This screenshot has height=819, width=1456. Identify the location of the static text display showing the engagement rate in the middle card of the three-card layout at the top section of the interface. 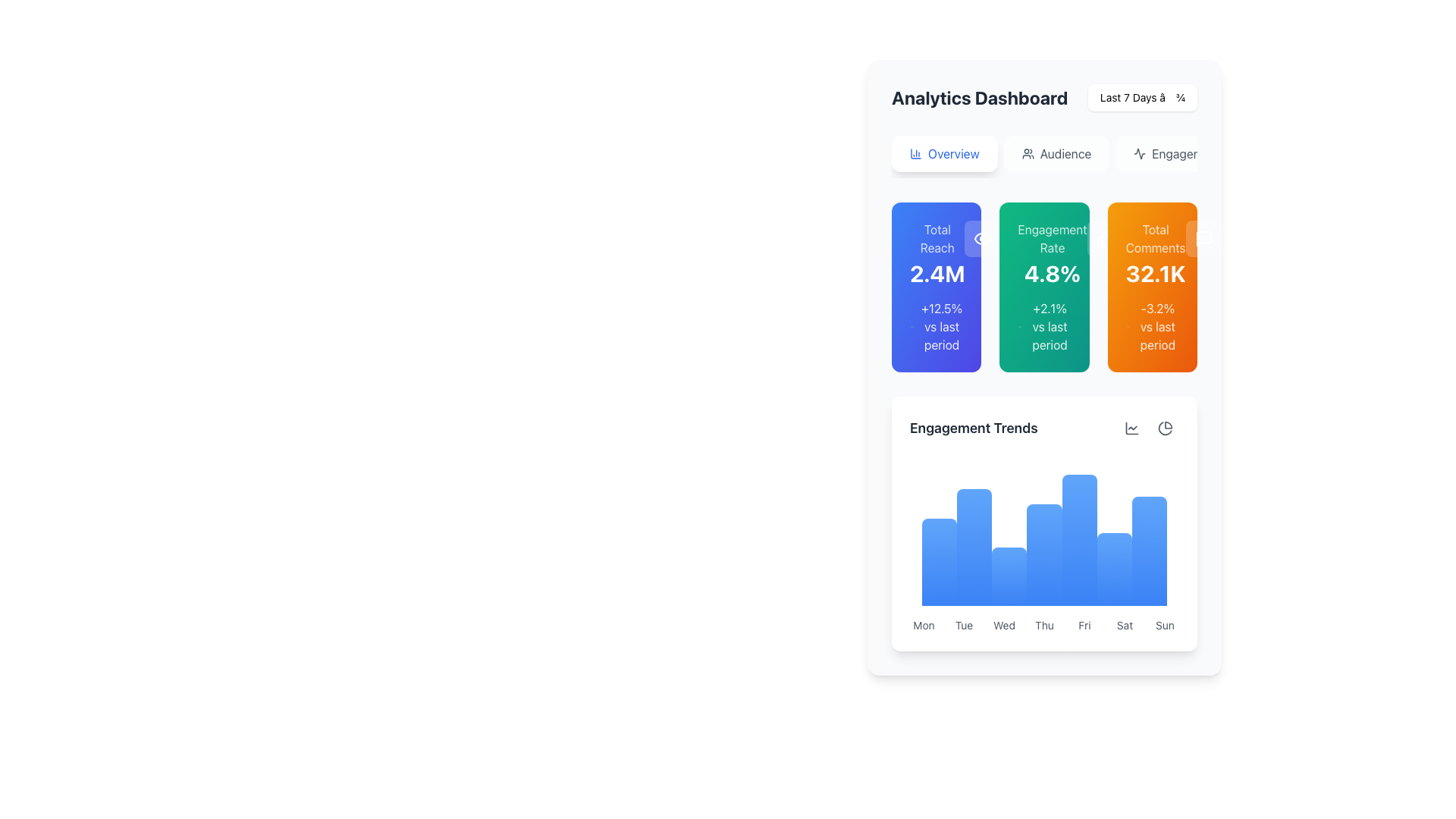
(1051, 253).